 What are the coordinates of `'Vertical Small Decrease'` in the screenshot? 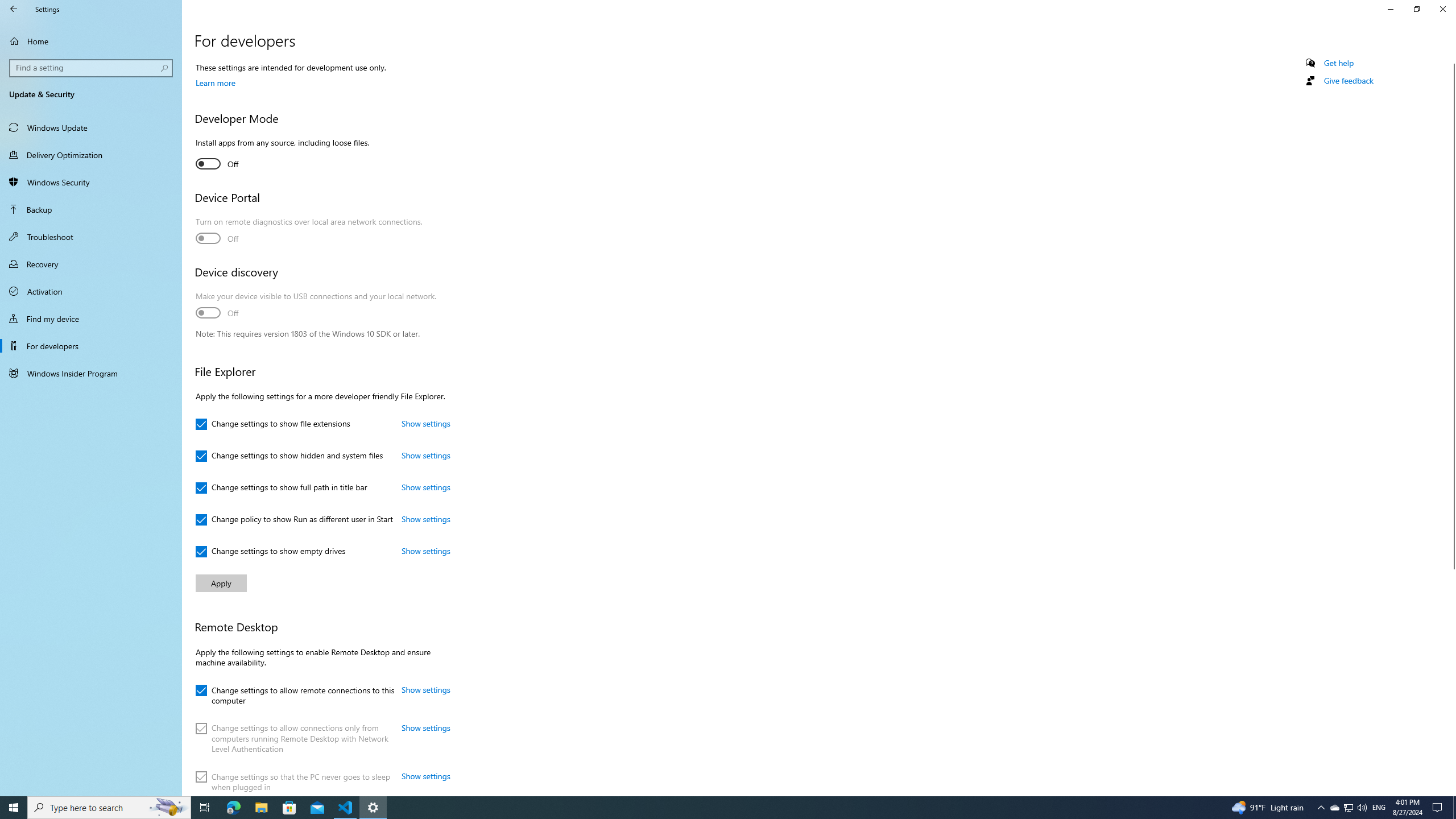 It's located at (1451, 59).